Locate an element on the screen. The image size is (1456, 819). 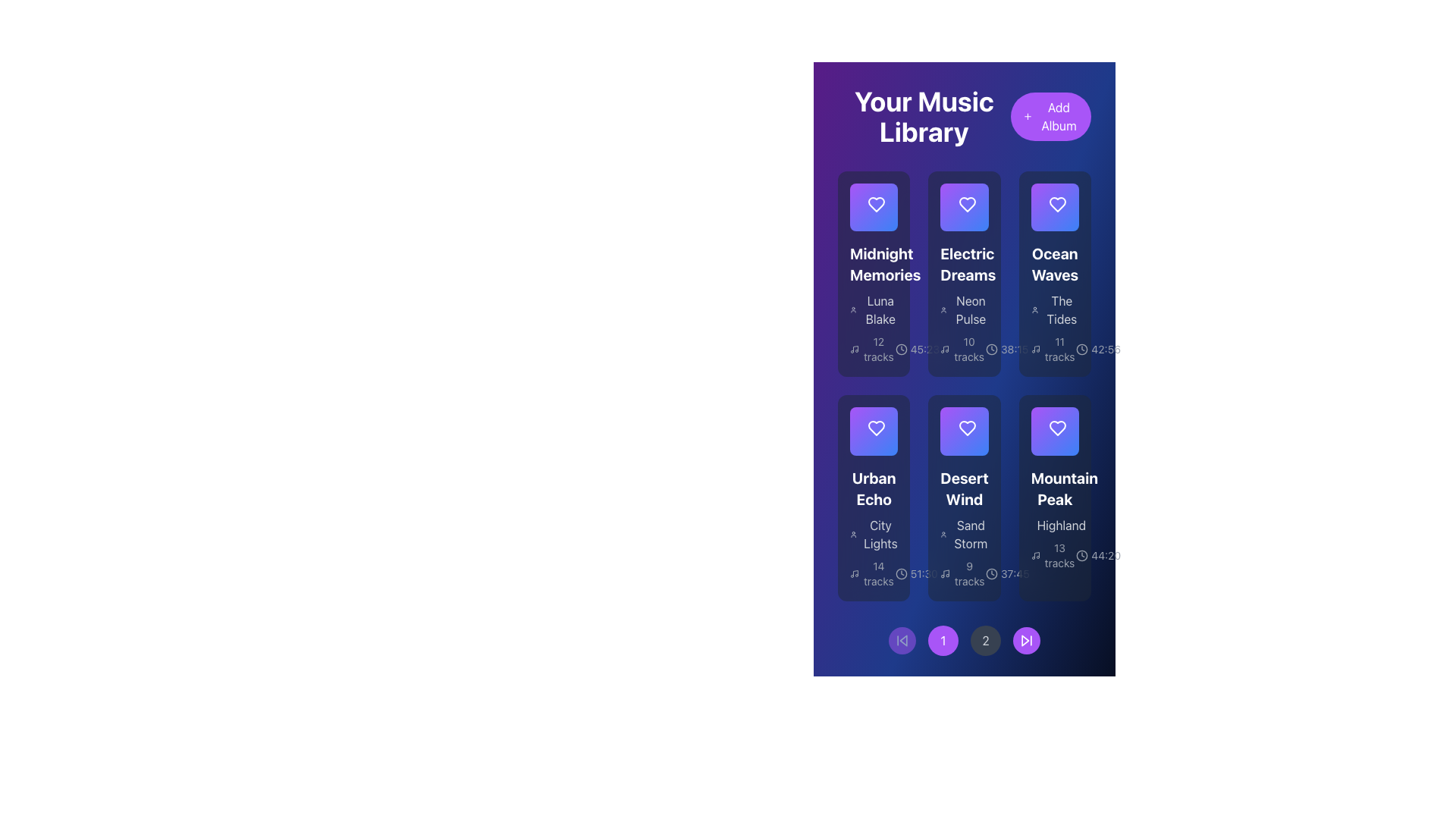
the favorite button for the 'Urban Echo' album located in the second row of the grid layout is located at coordinates (877, 428).